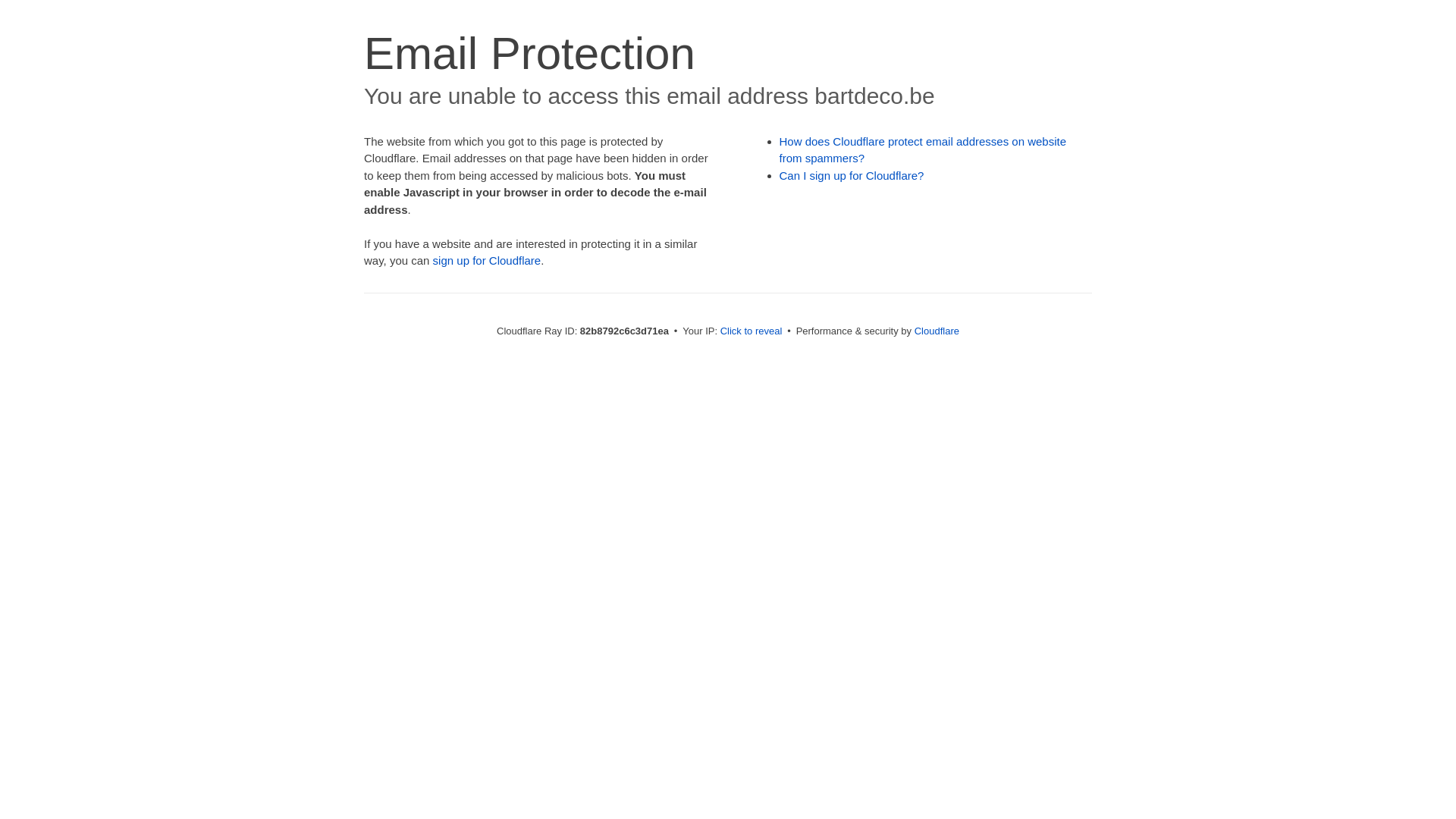 The width and height of the screenshot is (1456, 819). Describe the element at coordinates (852, 174) in the screenshot. I see `'Can I sign up for Cloudflare?'` at that location.